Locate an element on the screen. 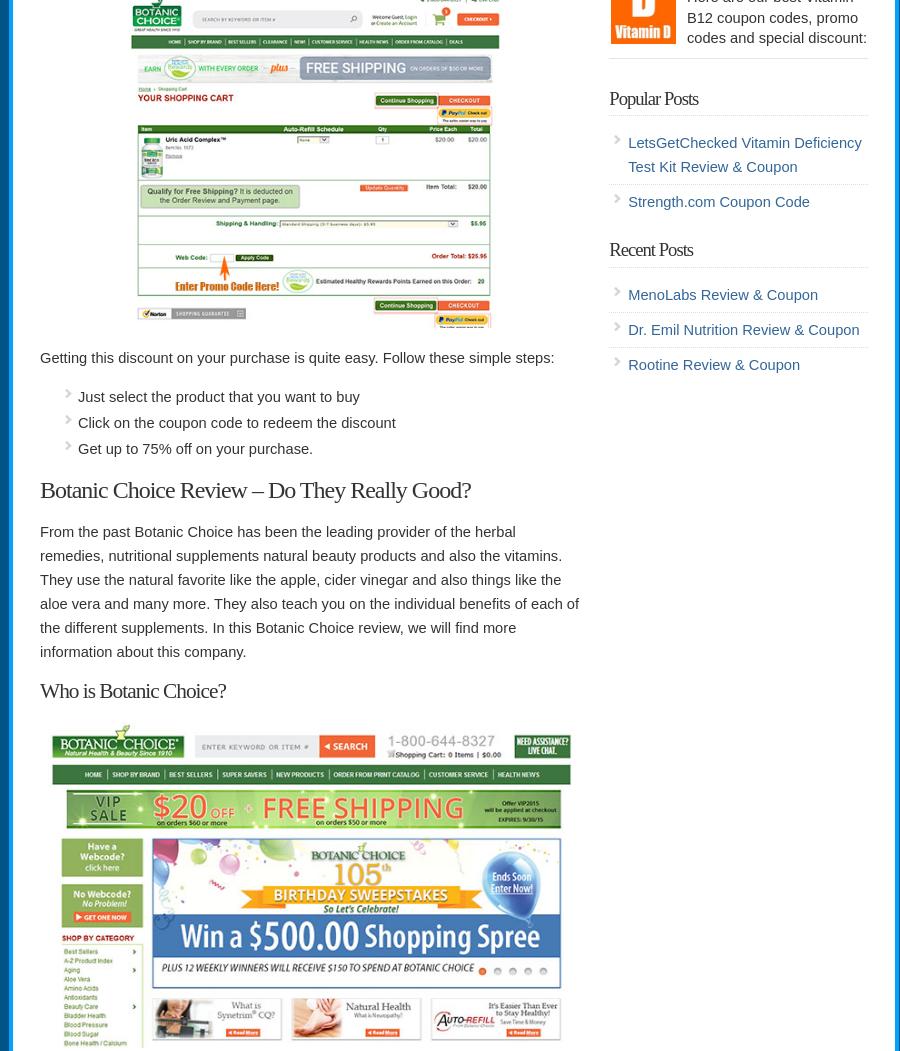  'Get up to 75% off on your purchase.' is located at coordinates (195, 447).